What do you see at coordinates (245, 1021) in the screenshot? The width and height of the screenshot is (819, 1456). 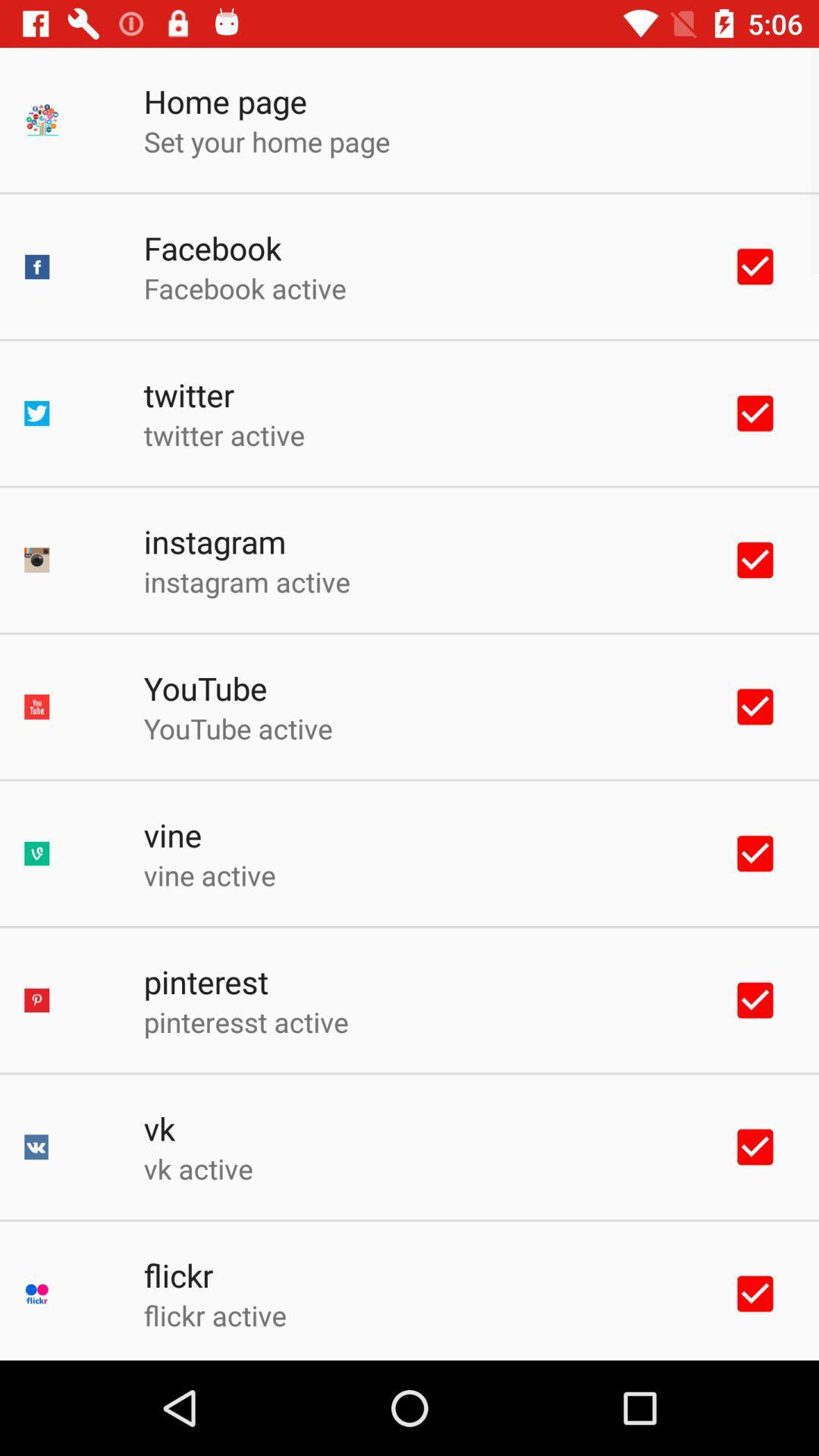 I see `the item above vk app` at bounding box center [245, 1021].